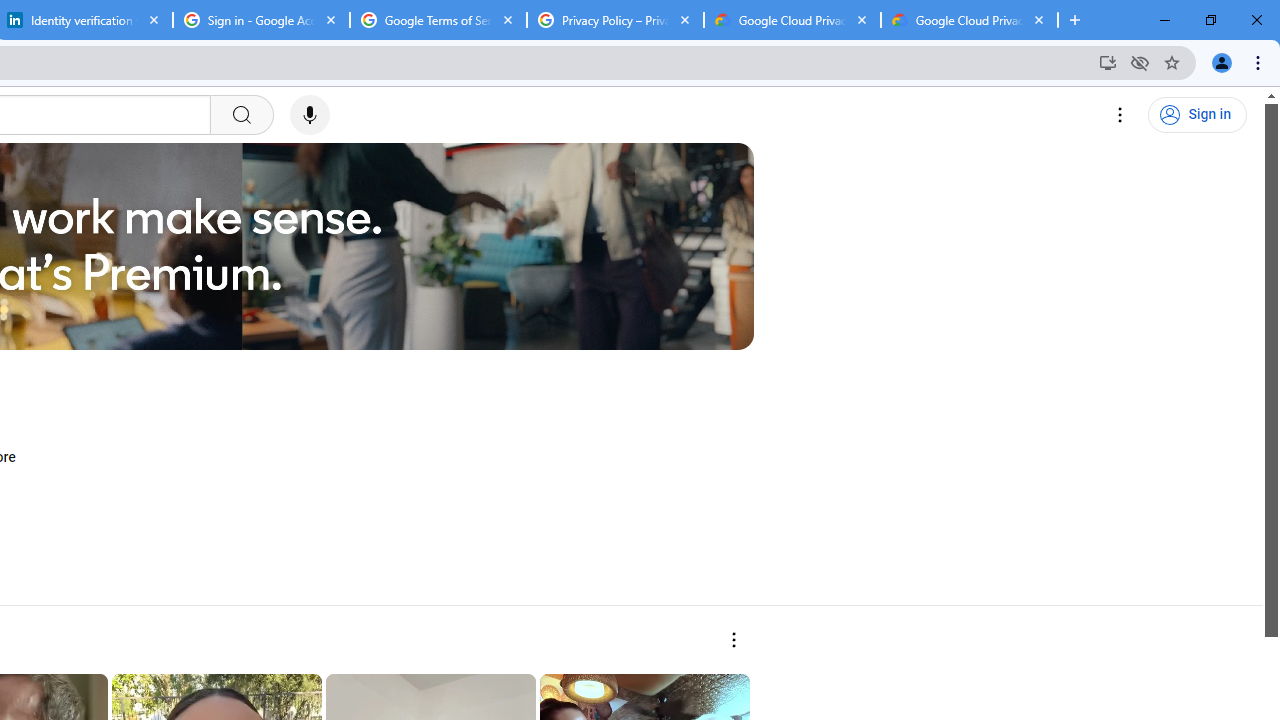  Describe the element at coordinates (791, 20) in the screenshot. I see `'Google Cloud Privacy Notice'` at that location.